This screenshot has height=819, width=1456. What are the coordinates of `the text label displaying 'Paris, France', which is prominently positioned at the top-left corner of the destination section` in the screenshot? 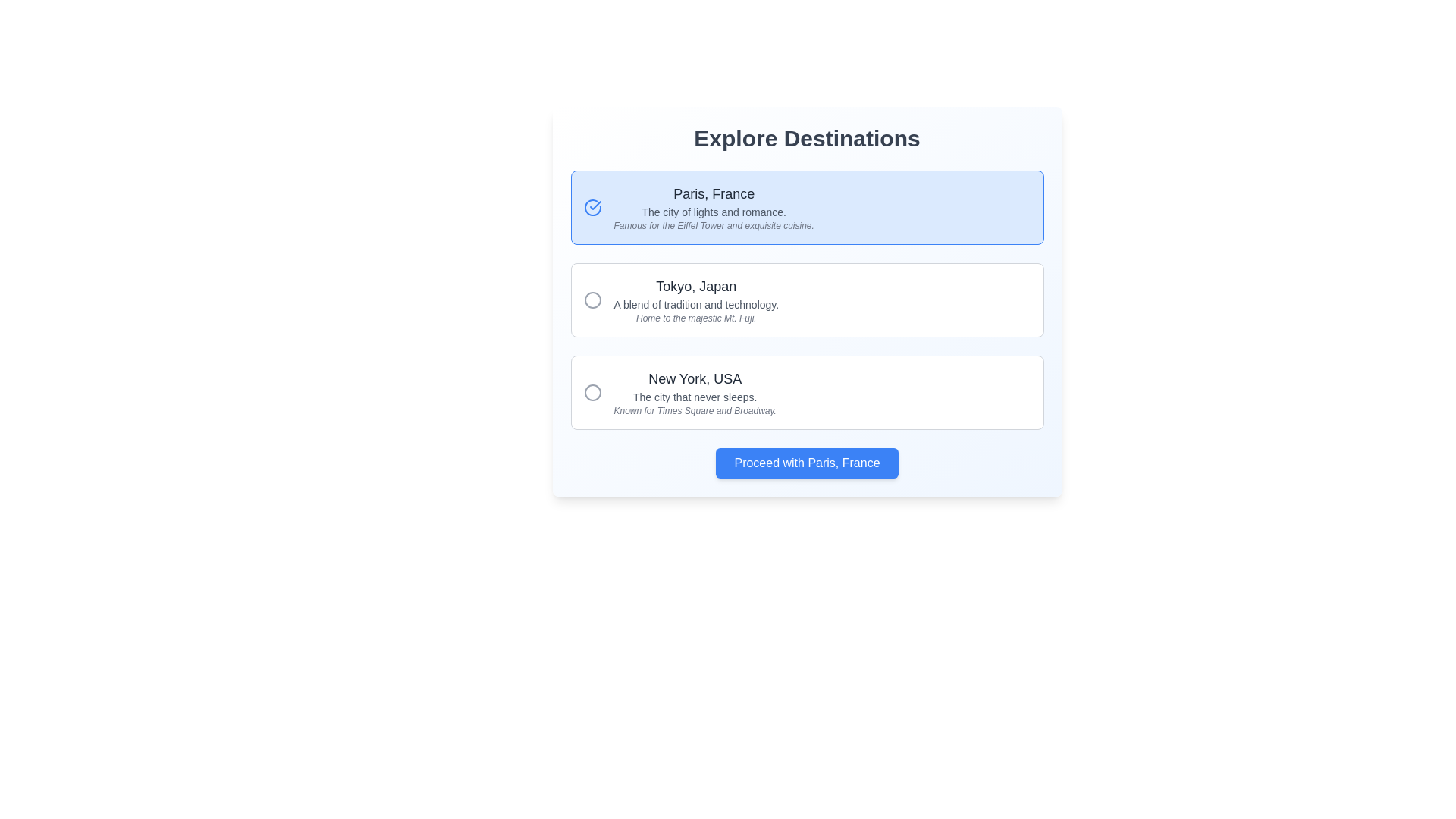 It's located at (713, 193).